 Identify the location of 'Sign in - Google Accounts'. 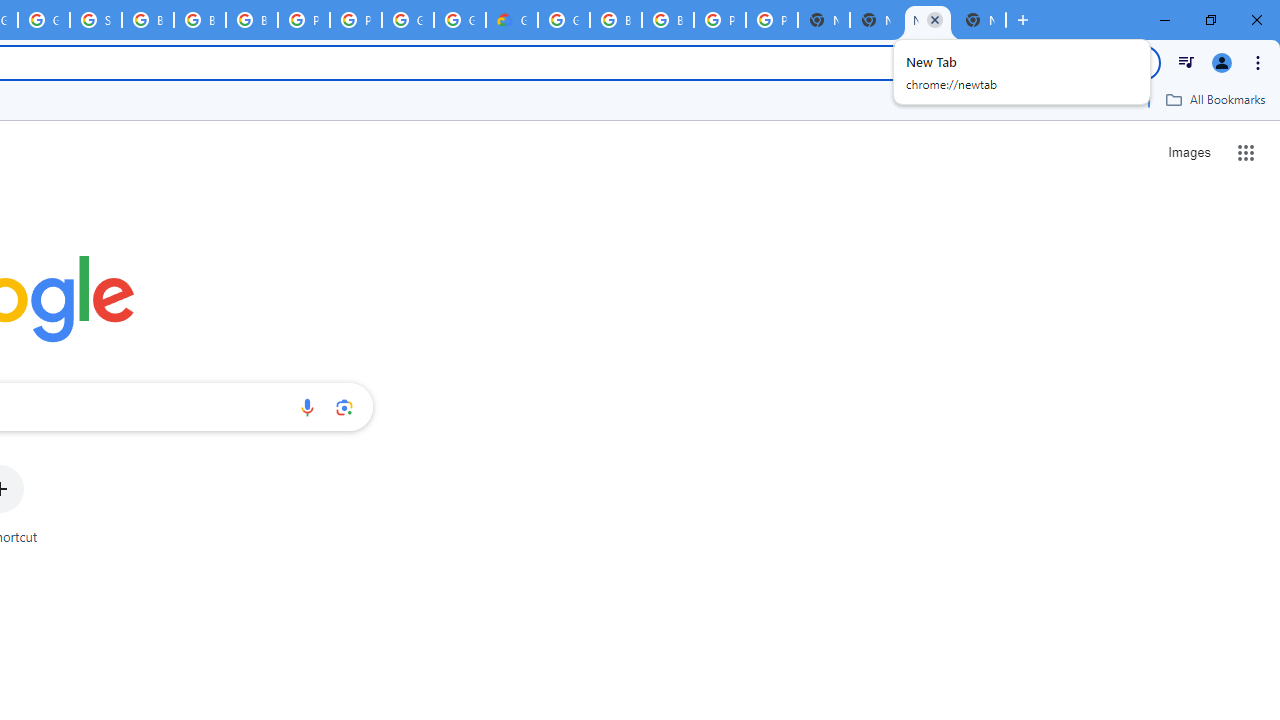
(95, 20).